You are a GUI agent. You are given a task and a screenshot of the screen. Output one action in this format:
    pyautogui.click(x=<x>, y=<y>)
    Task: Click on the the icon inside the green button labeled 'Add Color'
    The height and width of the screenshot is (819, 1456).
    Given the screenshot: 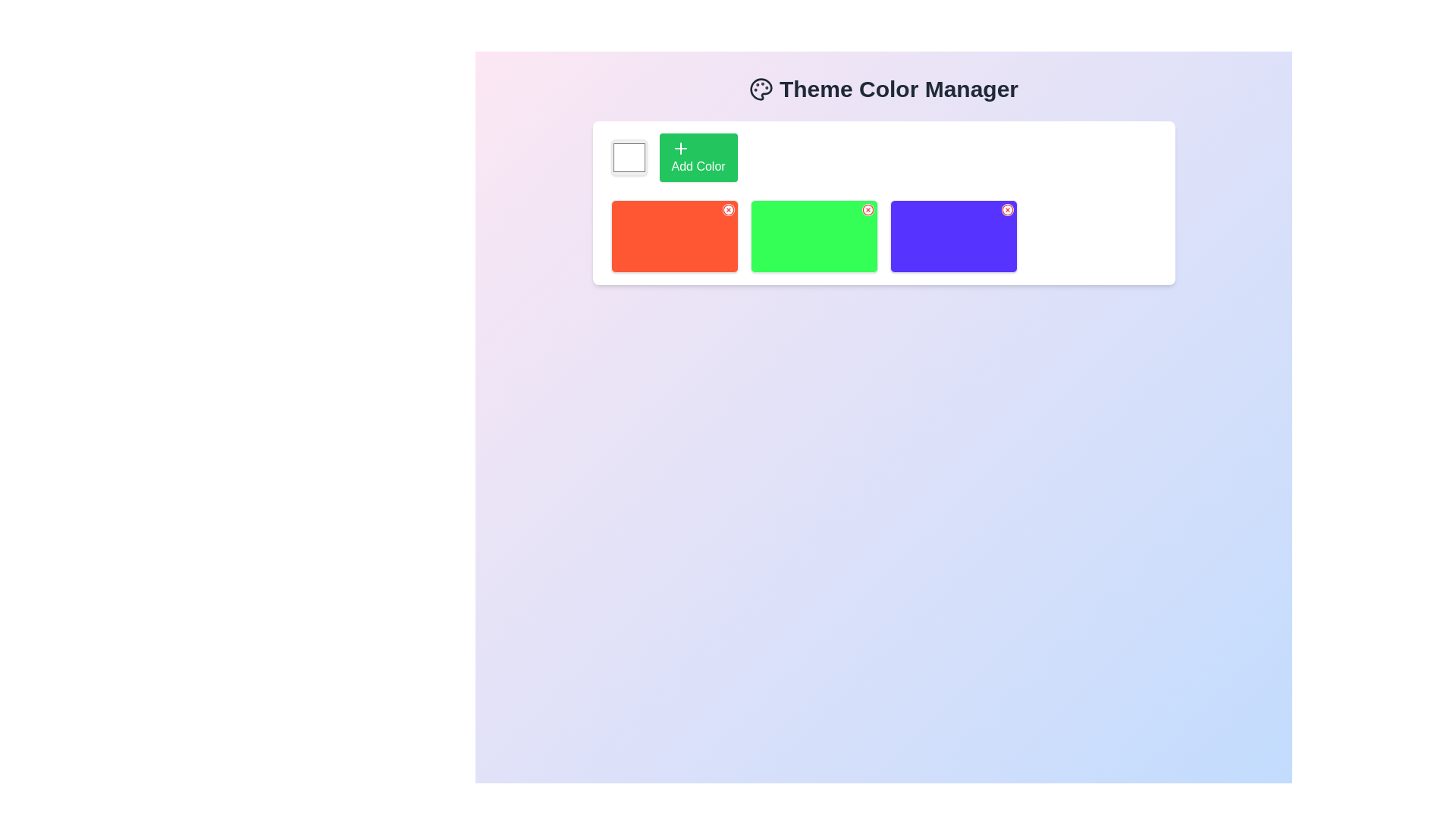 What is the action you would take?
    pyautogui.click(x=679, y=149)
    